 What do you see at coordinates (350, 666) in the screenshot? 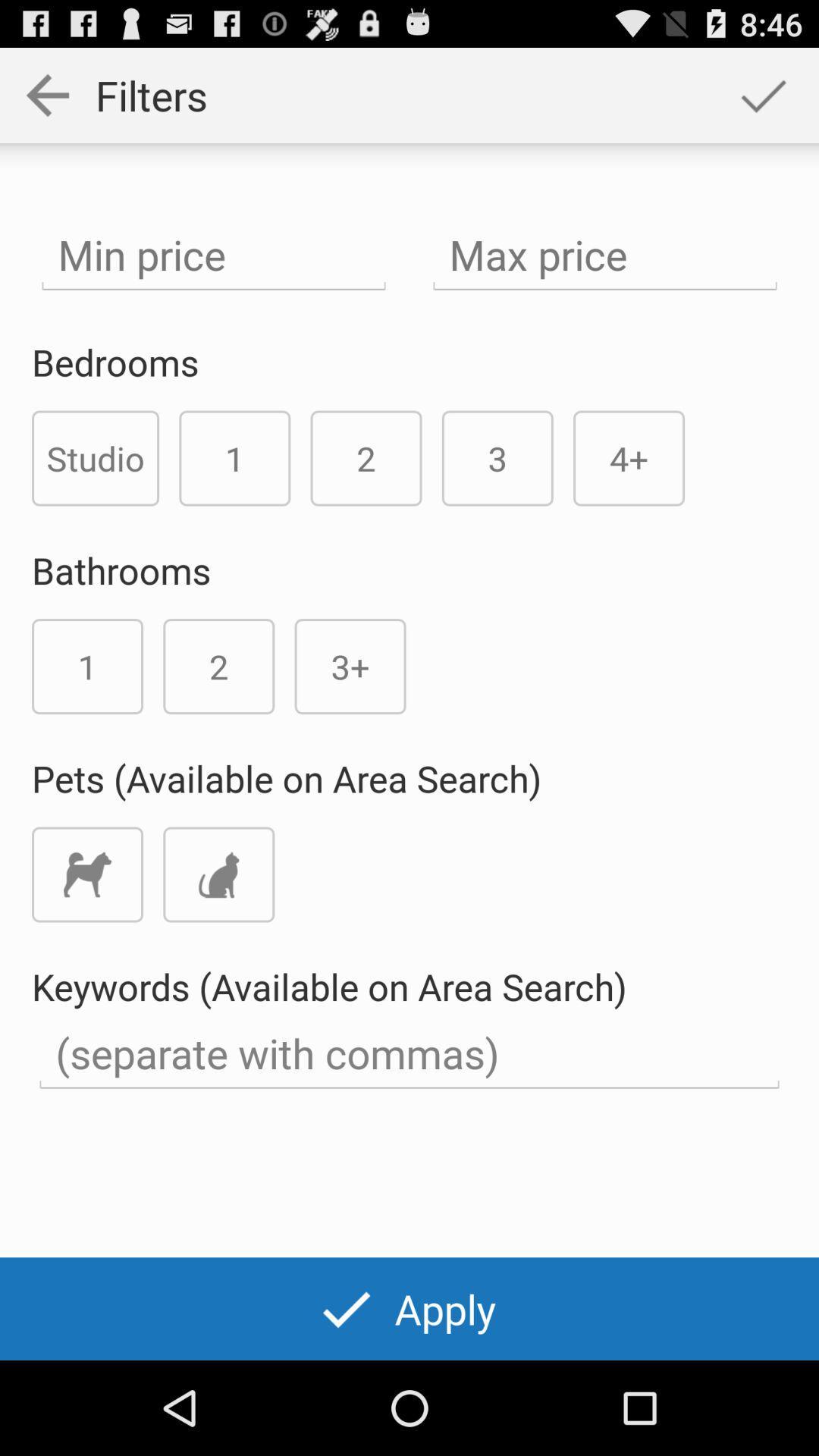
I see `the button 3 in bathrooms` at bounding box center [350, 666].